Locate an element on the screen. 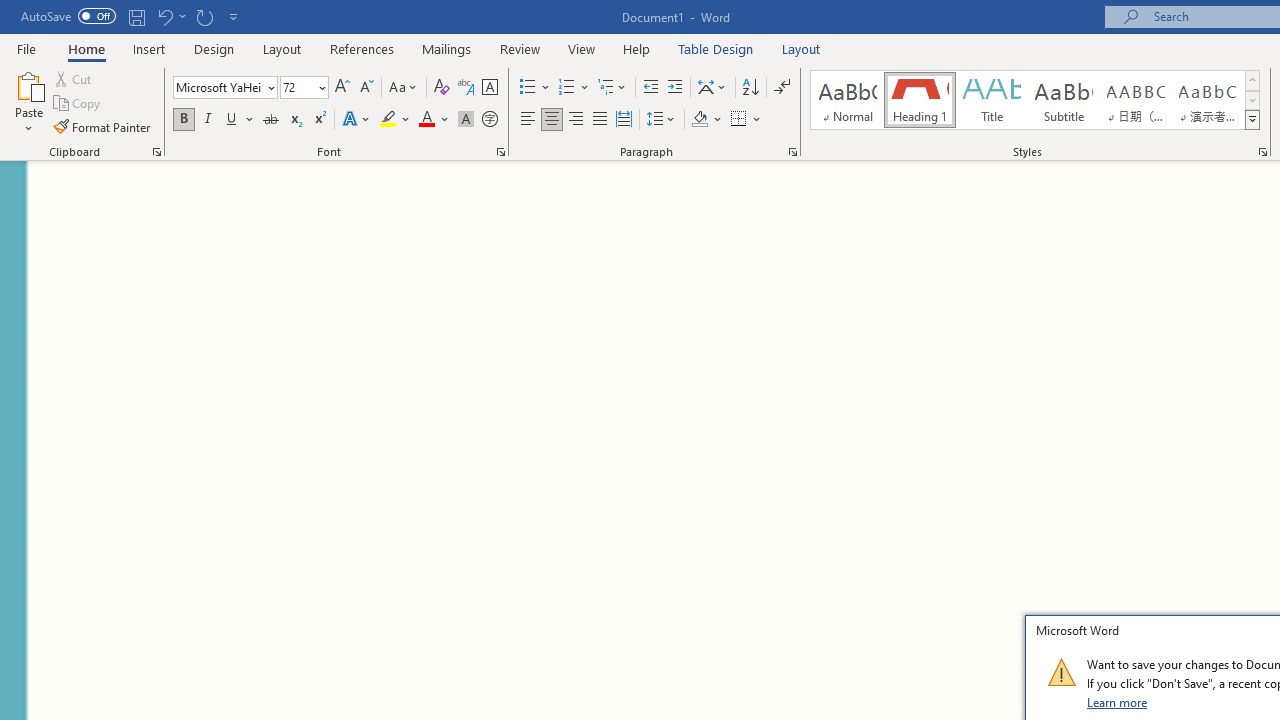 This screenshot has height=720, width=1280. 'Grow Font' is located at coordinates (342, 86).